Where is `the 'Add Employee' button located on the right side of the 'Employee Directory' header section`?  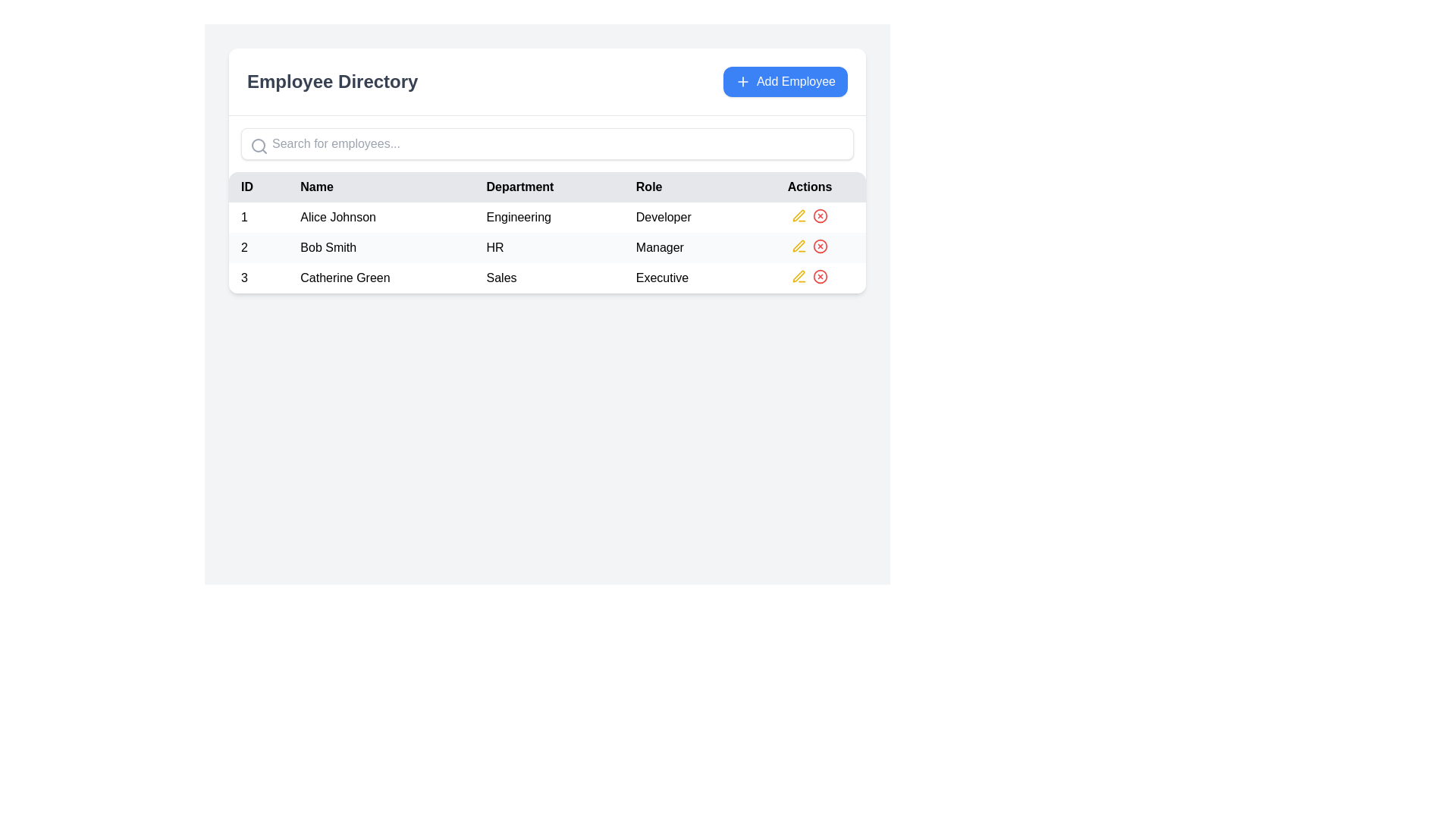 the 'Add Employee' button located on the right side of the 'Employee Directory' header section is located at coordinates (786, 82).